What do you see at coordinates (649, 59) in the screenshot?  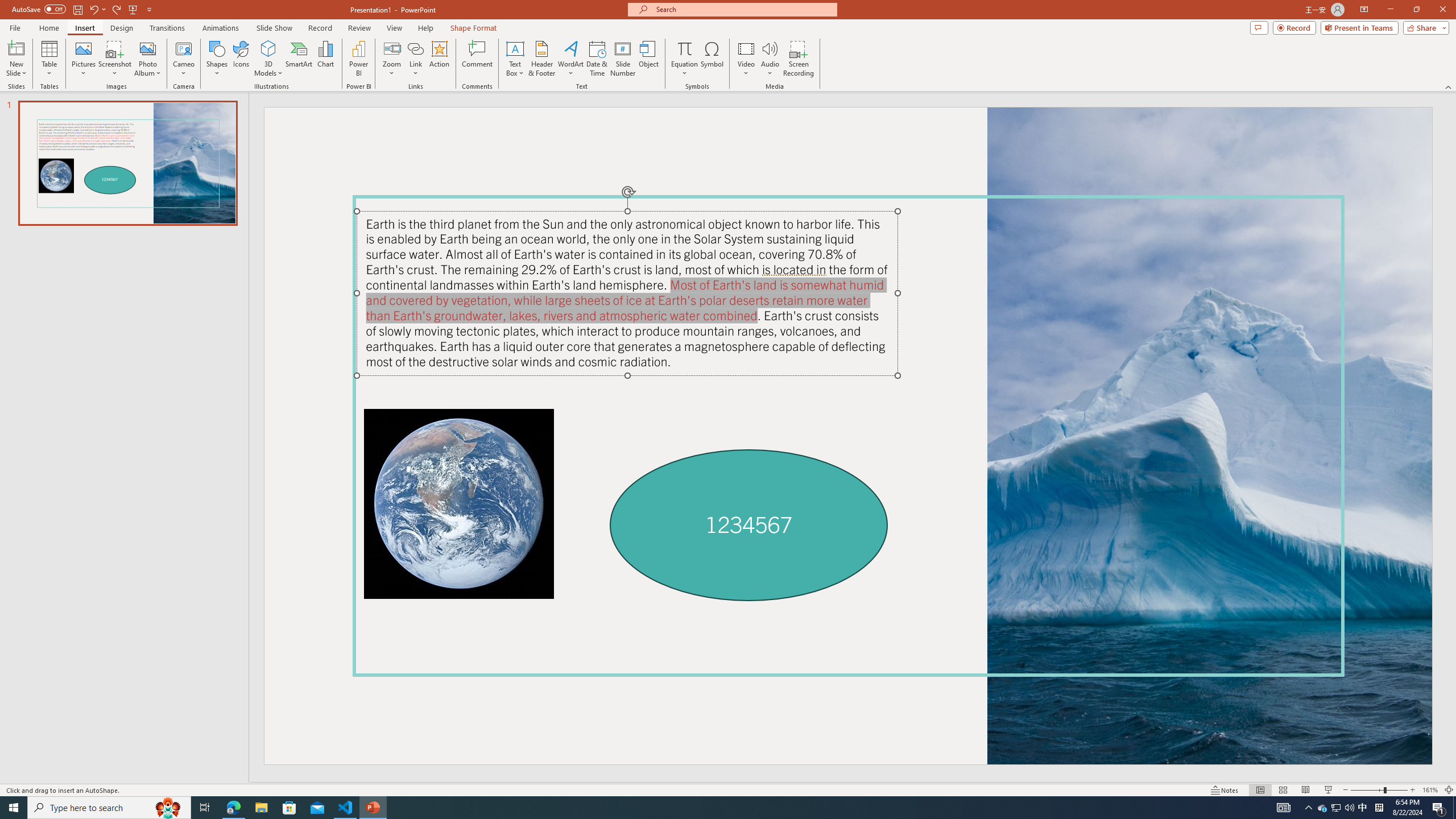 I see `'Object...'` at bounding box center [649, 59].